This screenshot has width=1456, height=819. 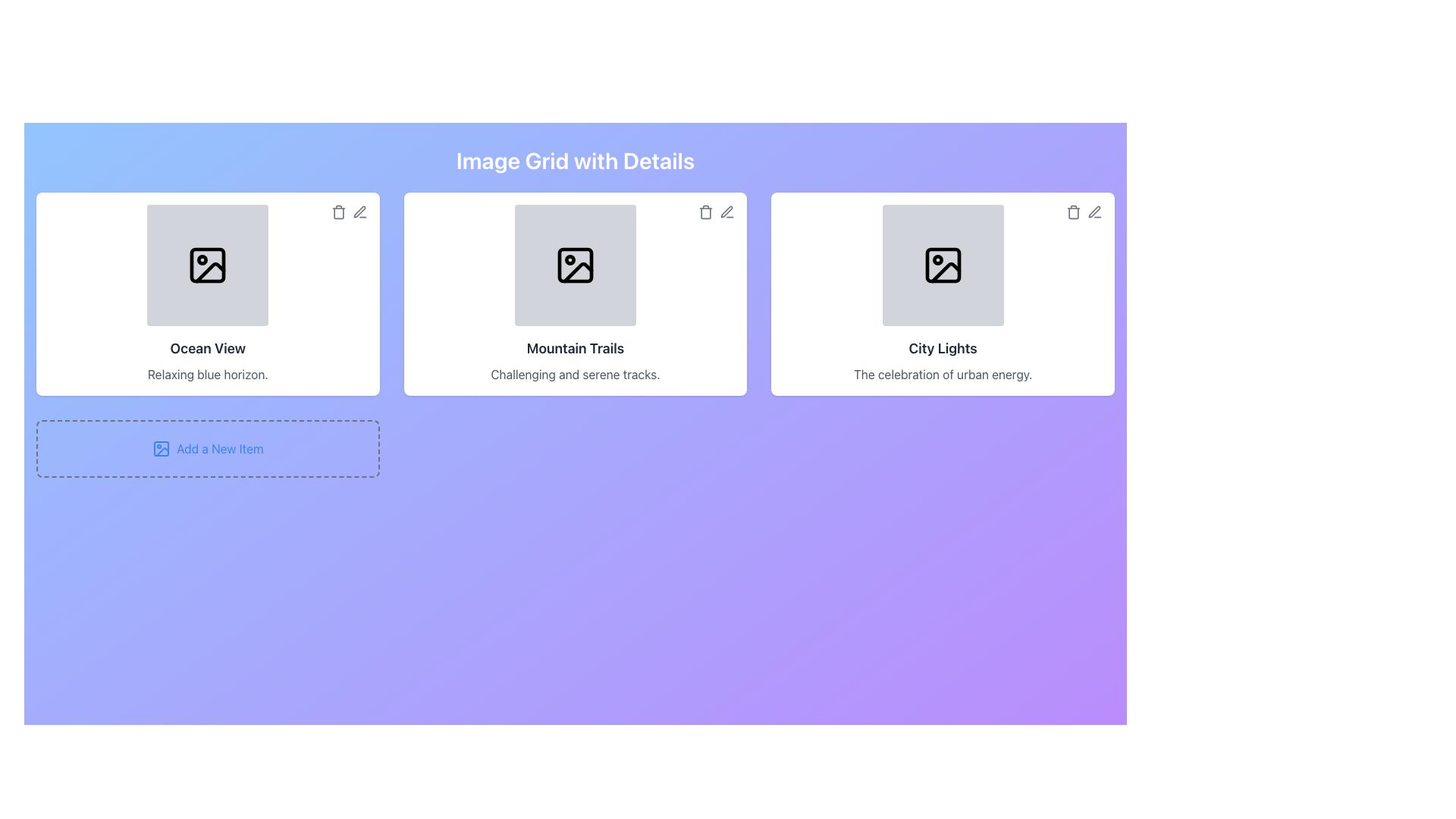 I want to click on the small circle within the image icon of the card labeled 'Mountain Trails', located in the upper left portion of the graphic composition, so click(x=570, y=259).